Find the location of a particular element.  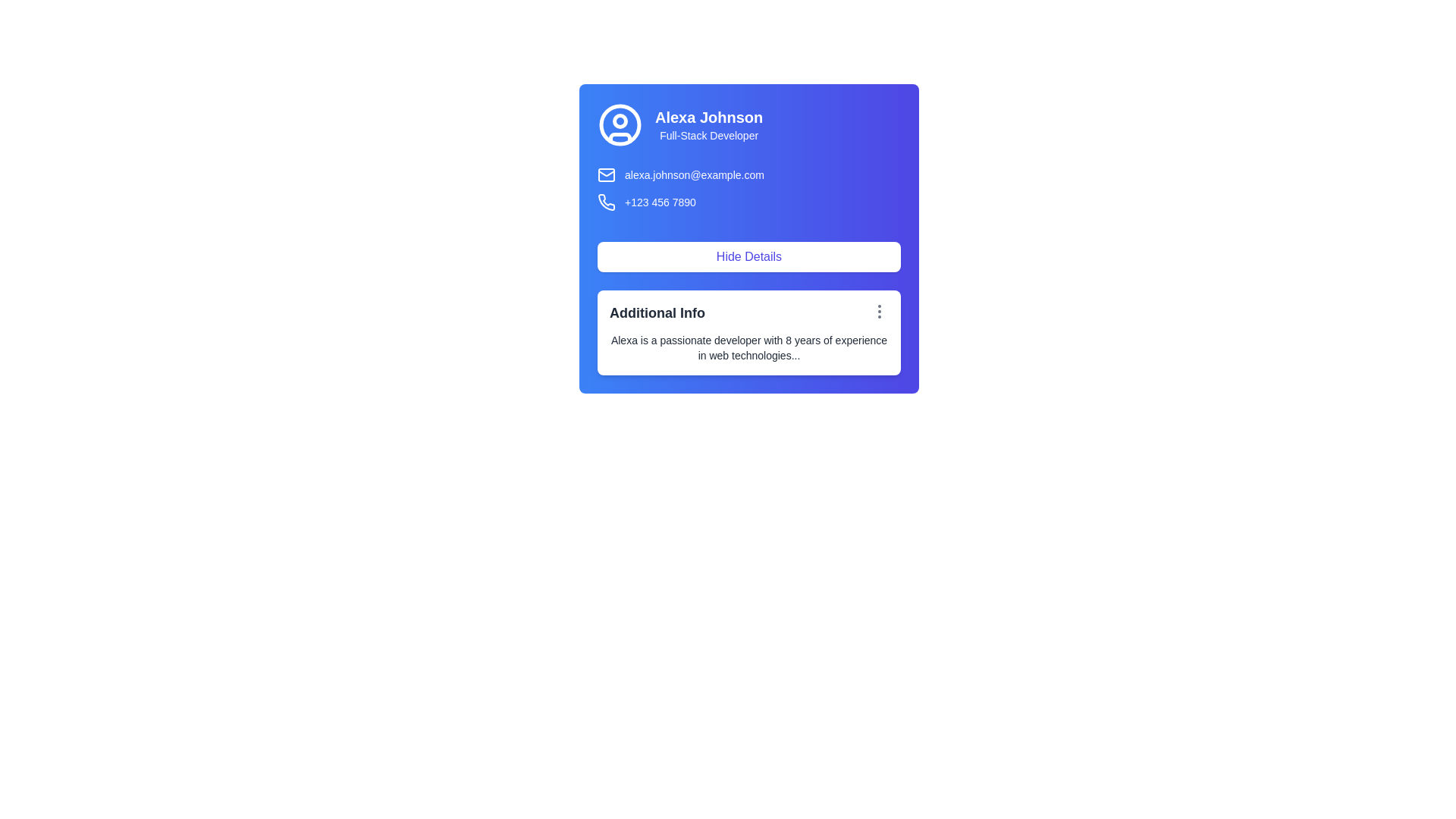

the Ellipsis icon located at the far-right of the 'Additional Info' section header is located at coordinates (880, 311).